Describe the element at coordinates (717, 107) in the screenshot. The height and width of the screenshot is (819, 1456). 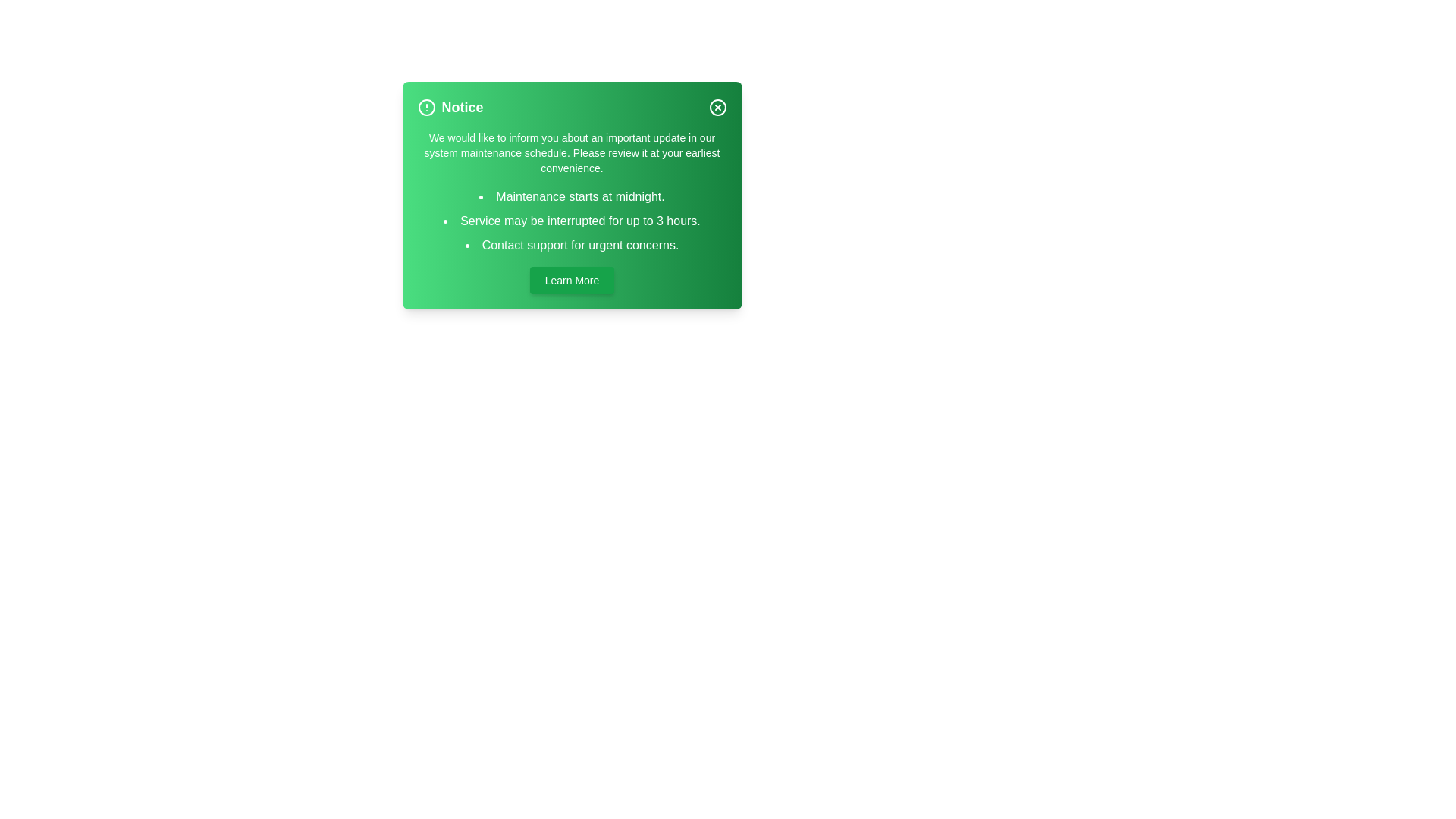
I see `the close button in the top-right corner of the green notification box labeled 'Notice'` at that location.